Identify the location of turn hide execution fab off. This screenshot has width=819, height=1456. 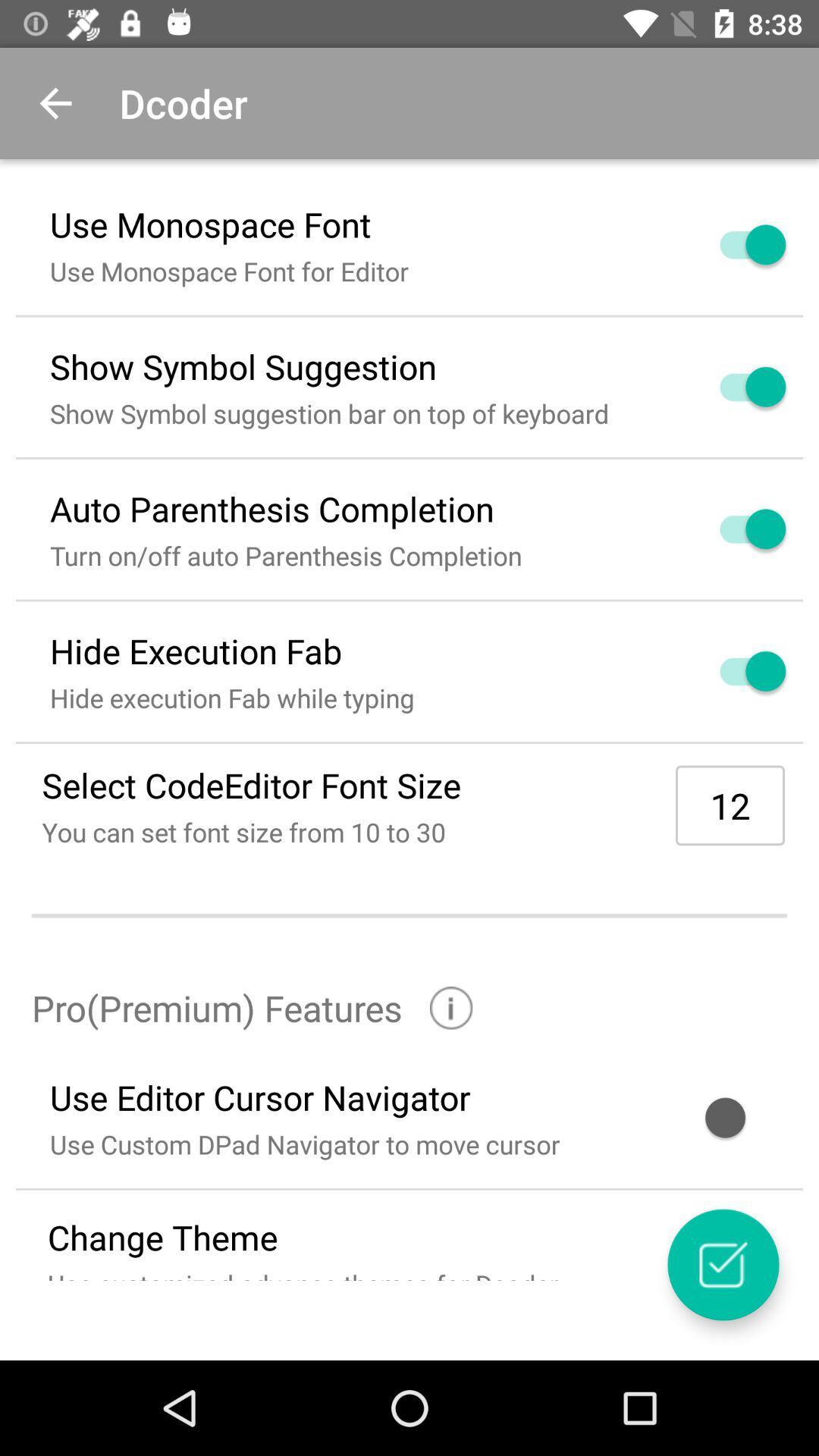
(734, 670).